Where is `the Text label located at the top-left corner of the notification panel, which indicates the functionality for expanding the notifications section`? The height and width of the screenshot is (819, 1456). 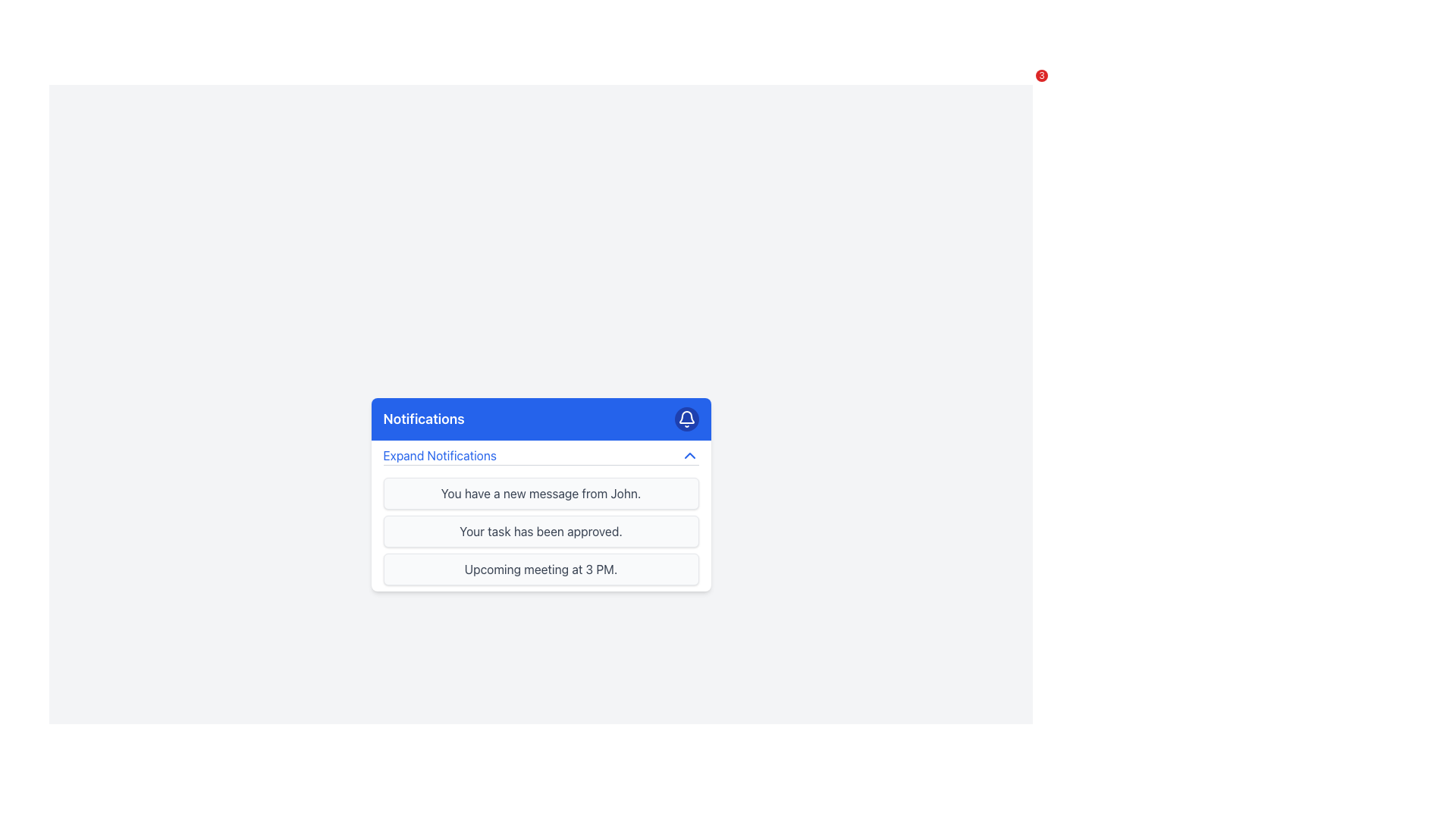 the Text label located at the top-left corner of the notification panel, which indicates the functionality for expanding the notifications section is located at coordinates (439, 454).